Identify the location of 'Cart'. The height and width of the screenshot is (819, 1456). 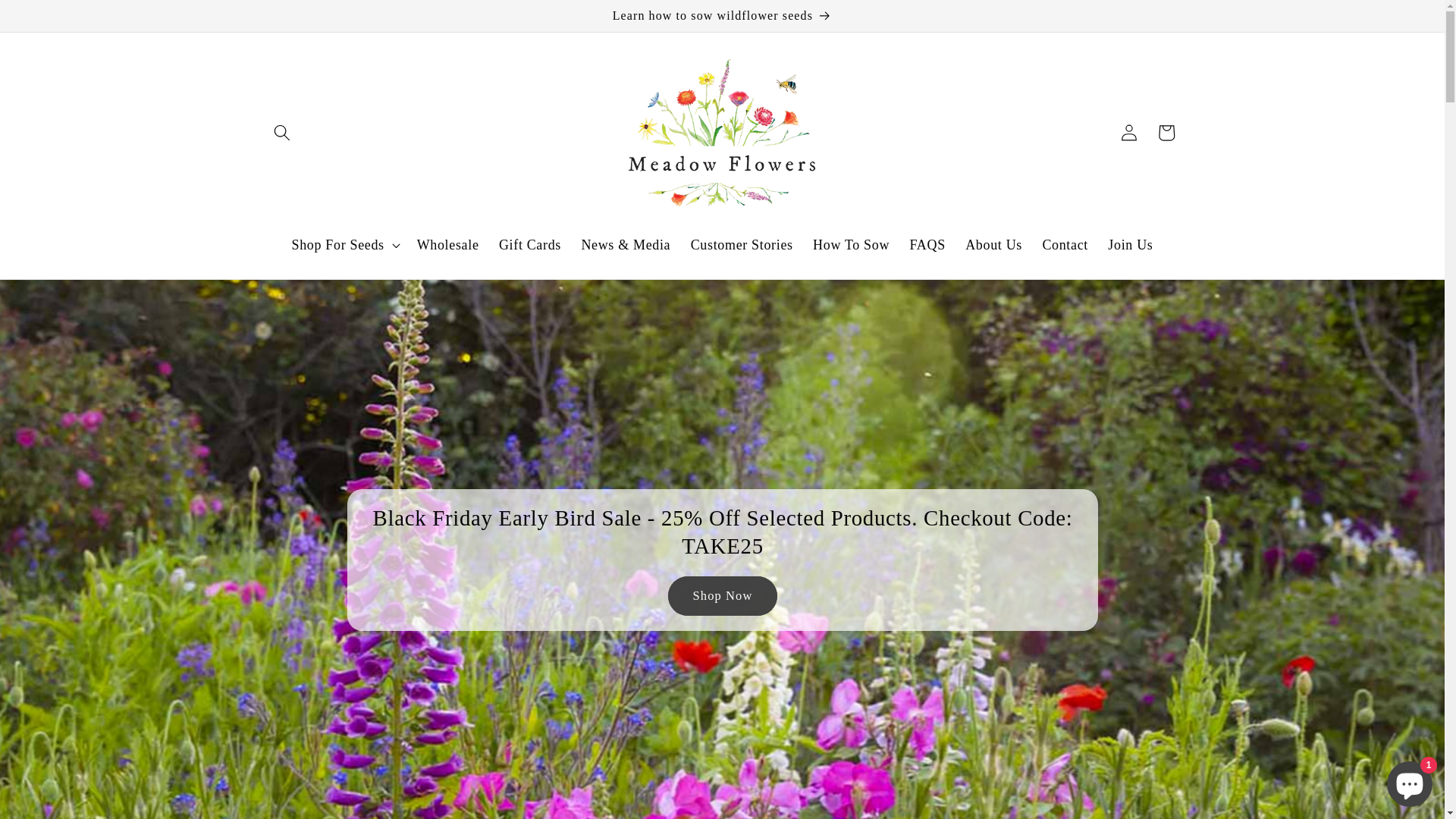
(1147, 131).